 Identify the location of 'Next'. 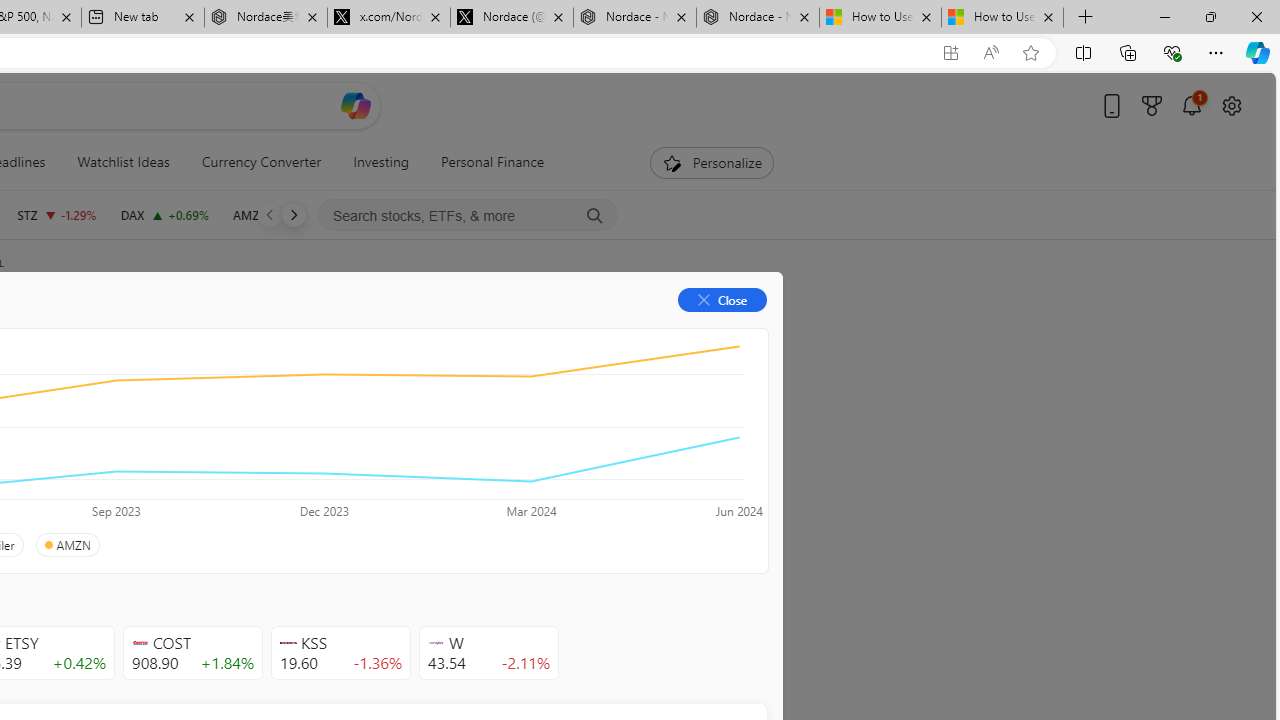
(292, 214).